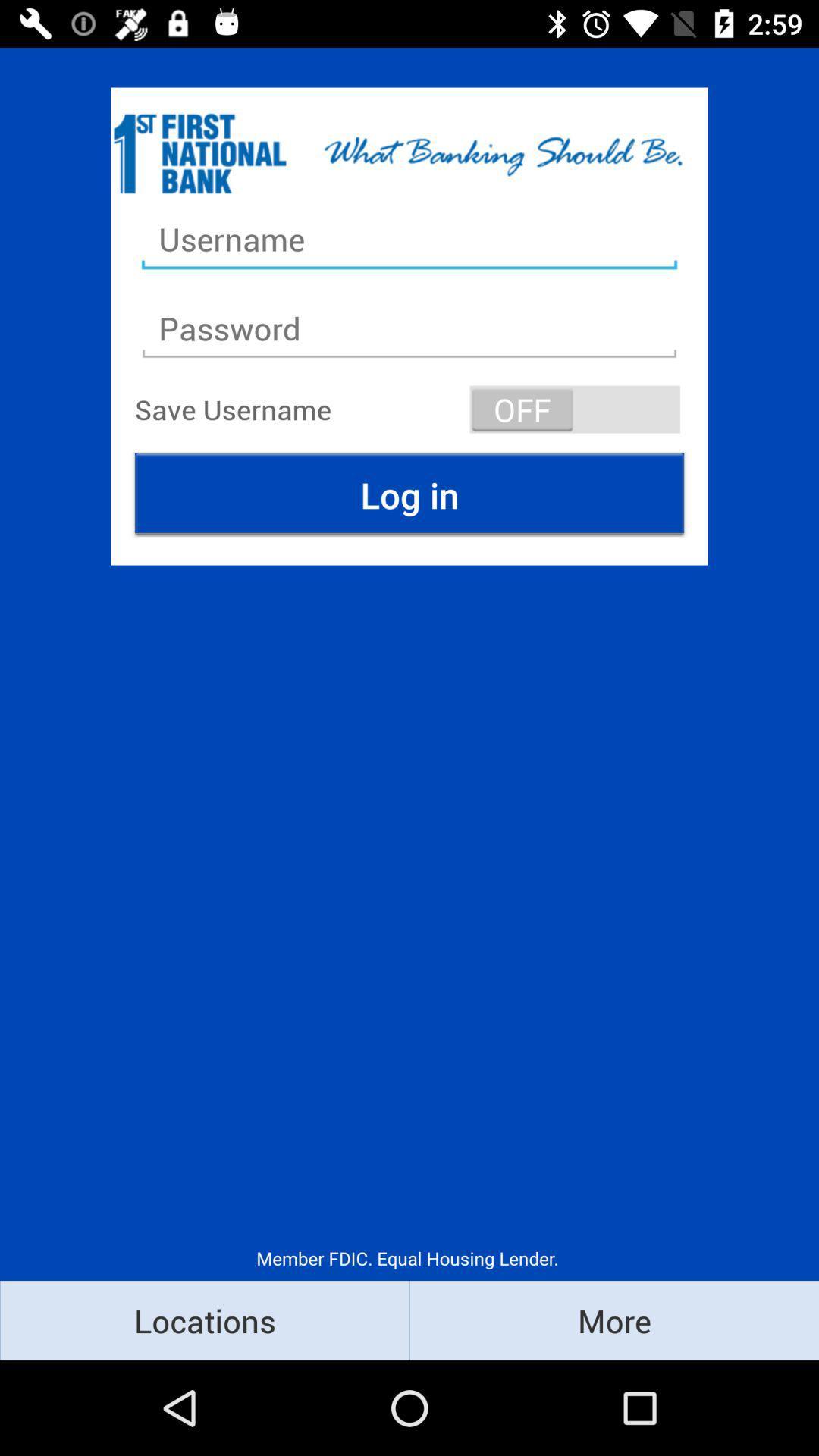  I want to click on icon at the bottom right corner, so click(614, 1319).